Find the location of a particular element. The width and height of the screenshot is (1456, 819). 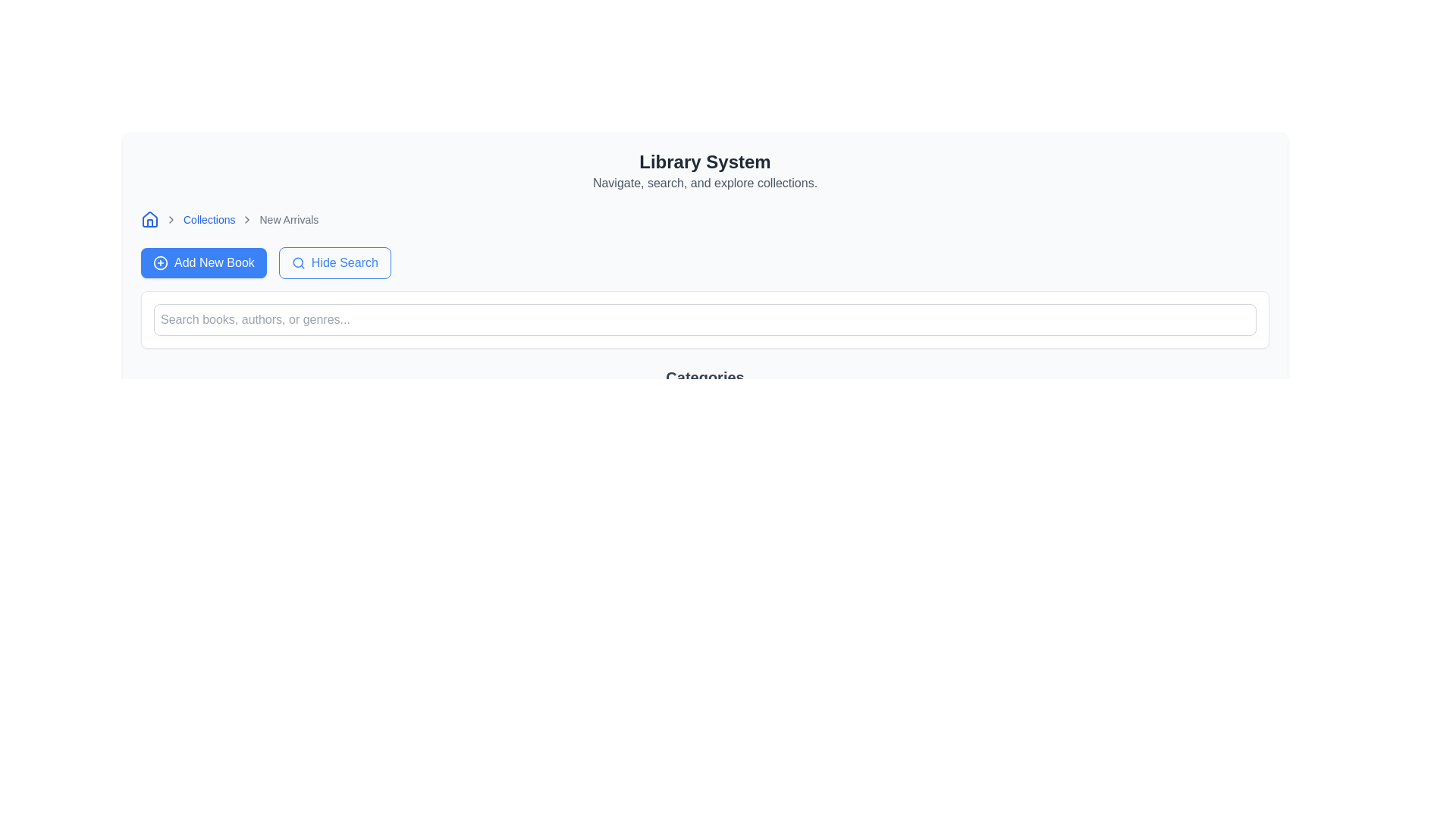

the text block at the top central part of the Library System interface, which serves as a title and subtitle, to observe possible visual effects is located at coordinates (704, 171).